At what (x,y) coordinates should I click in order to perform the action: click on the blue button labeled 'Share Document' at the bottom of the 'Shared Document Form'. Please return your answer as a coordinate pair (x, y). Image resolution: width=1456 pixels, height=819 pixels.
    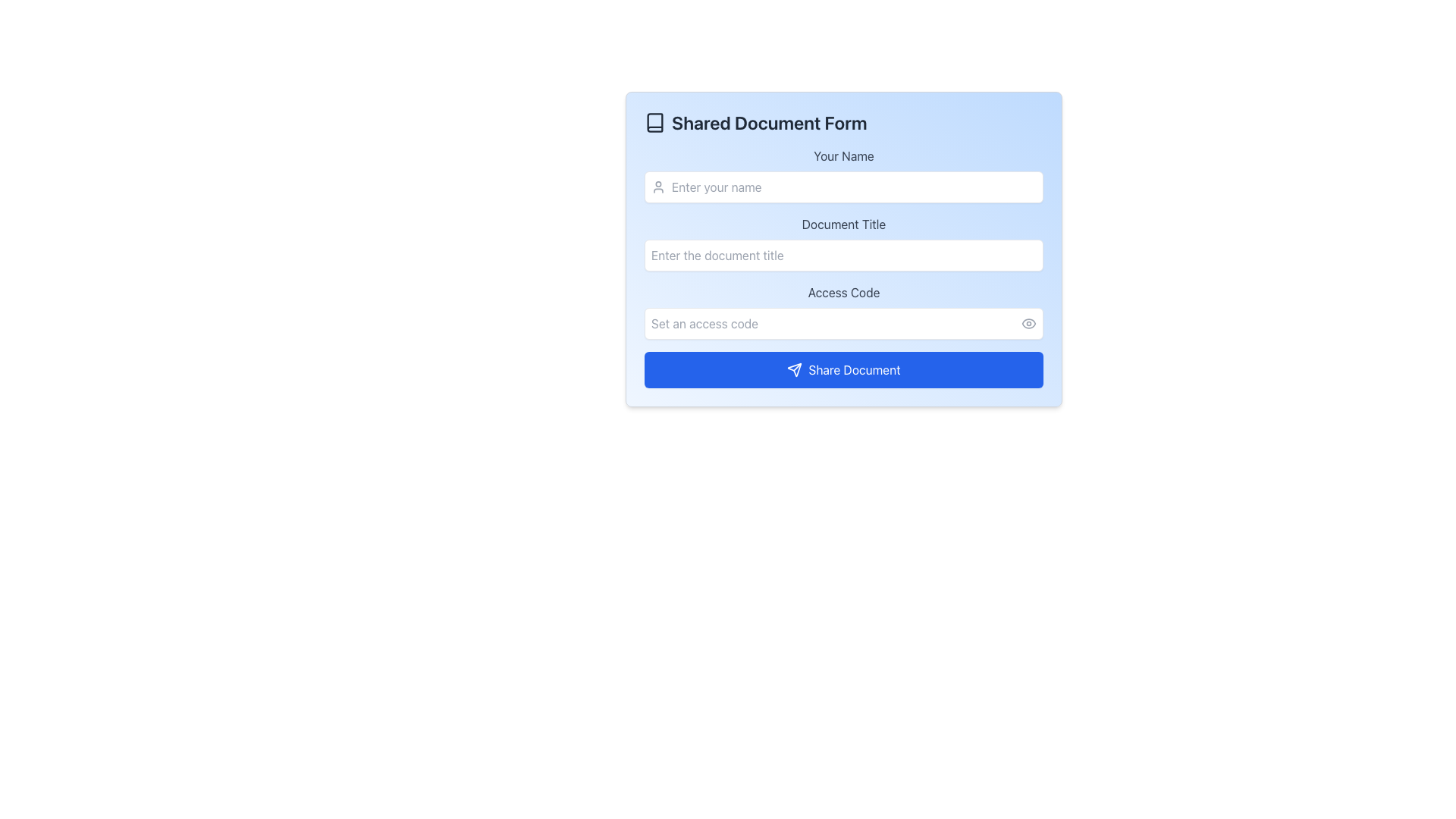
    Looking at the image, I should click on (843, 370).